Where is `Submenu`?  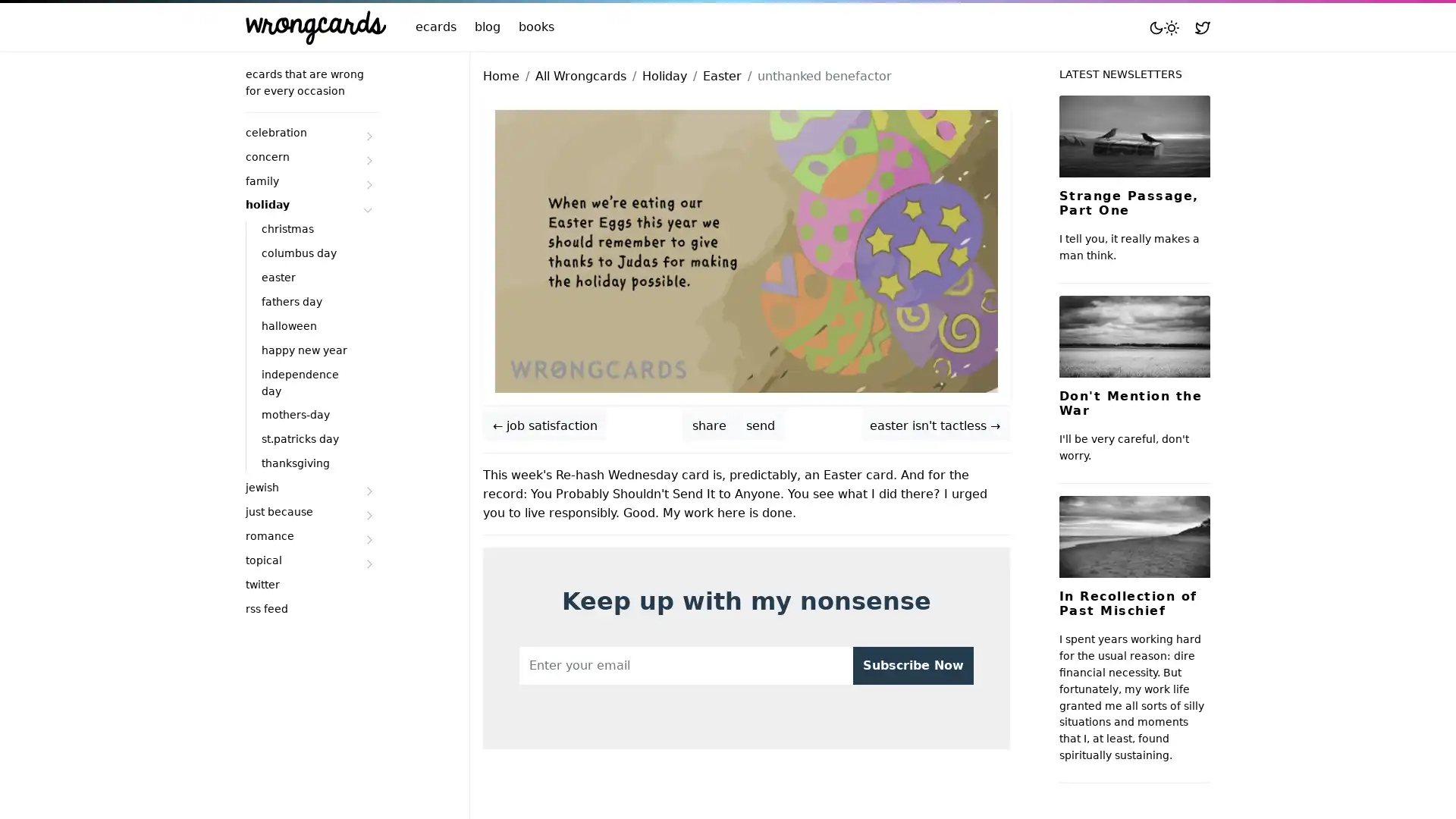
Submenu is located at coordinates (367, 134).